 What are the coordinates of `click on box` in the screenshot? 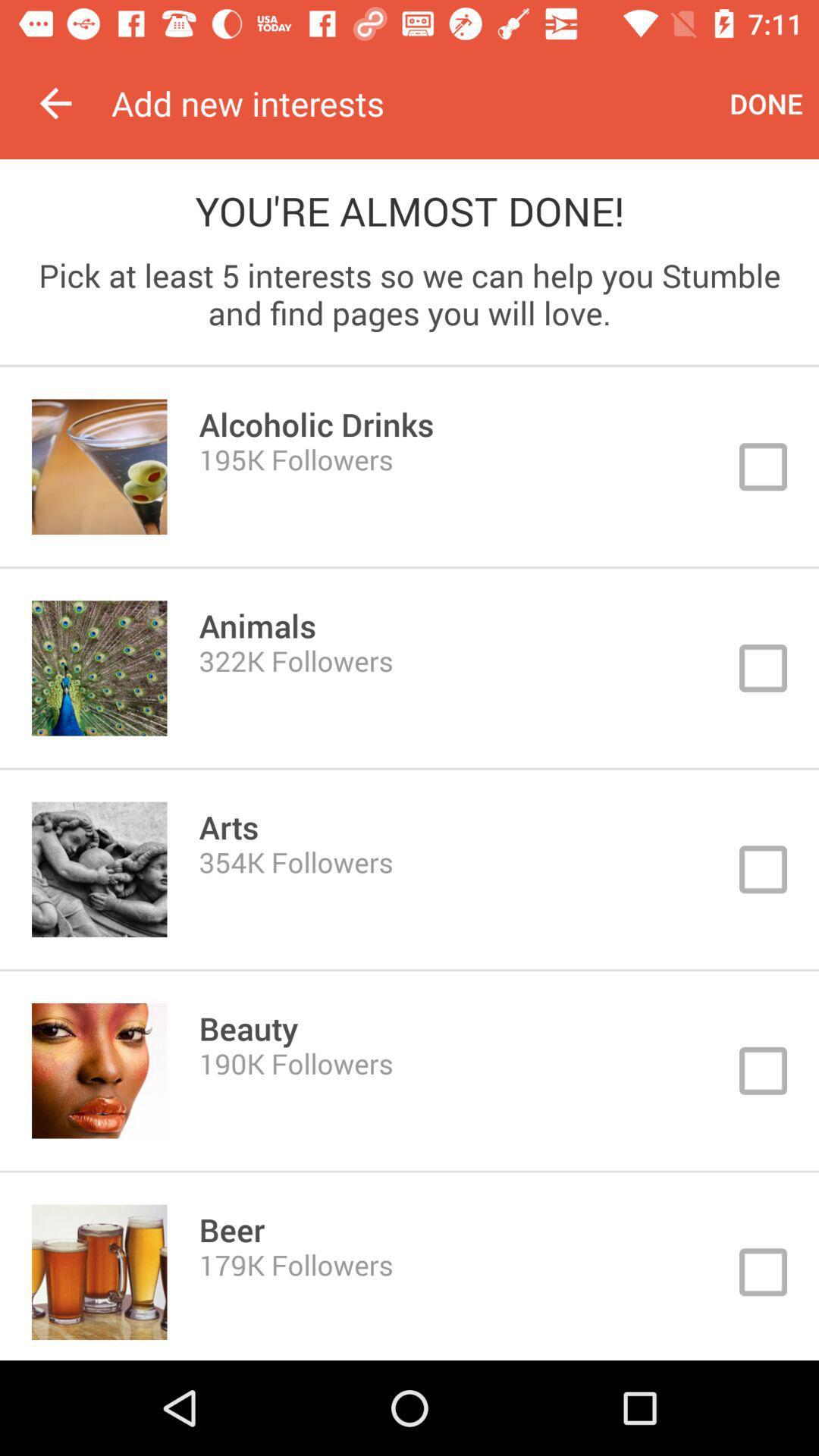 It's located at (409, 869).